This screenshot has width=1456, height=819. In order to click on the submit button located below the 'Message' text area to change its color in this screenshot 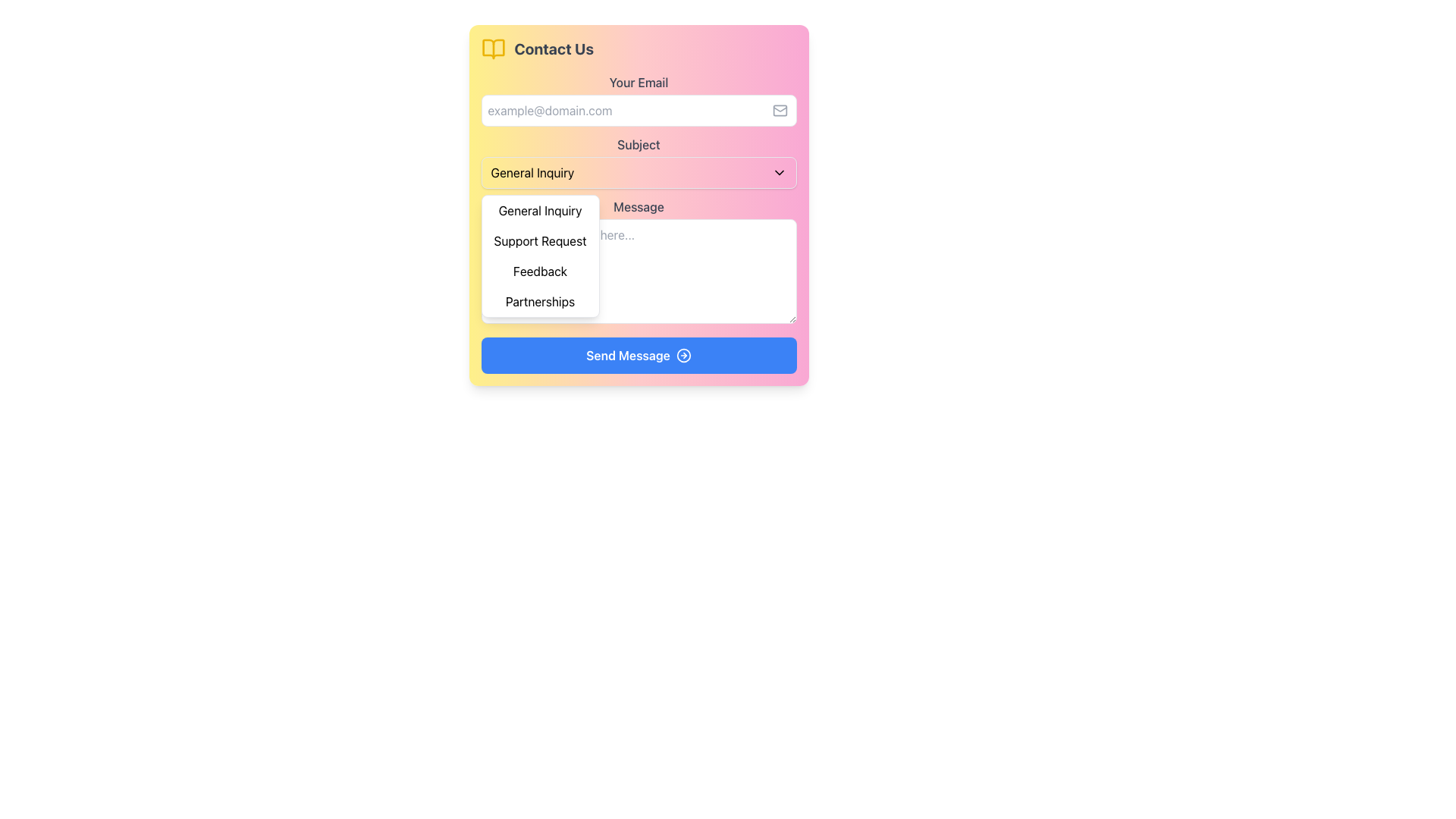, I will do `click(639, 356)`.